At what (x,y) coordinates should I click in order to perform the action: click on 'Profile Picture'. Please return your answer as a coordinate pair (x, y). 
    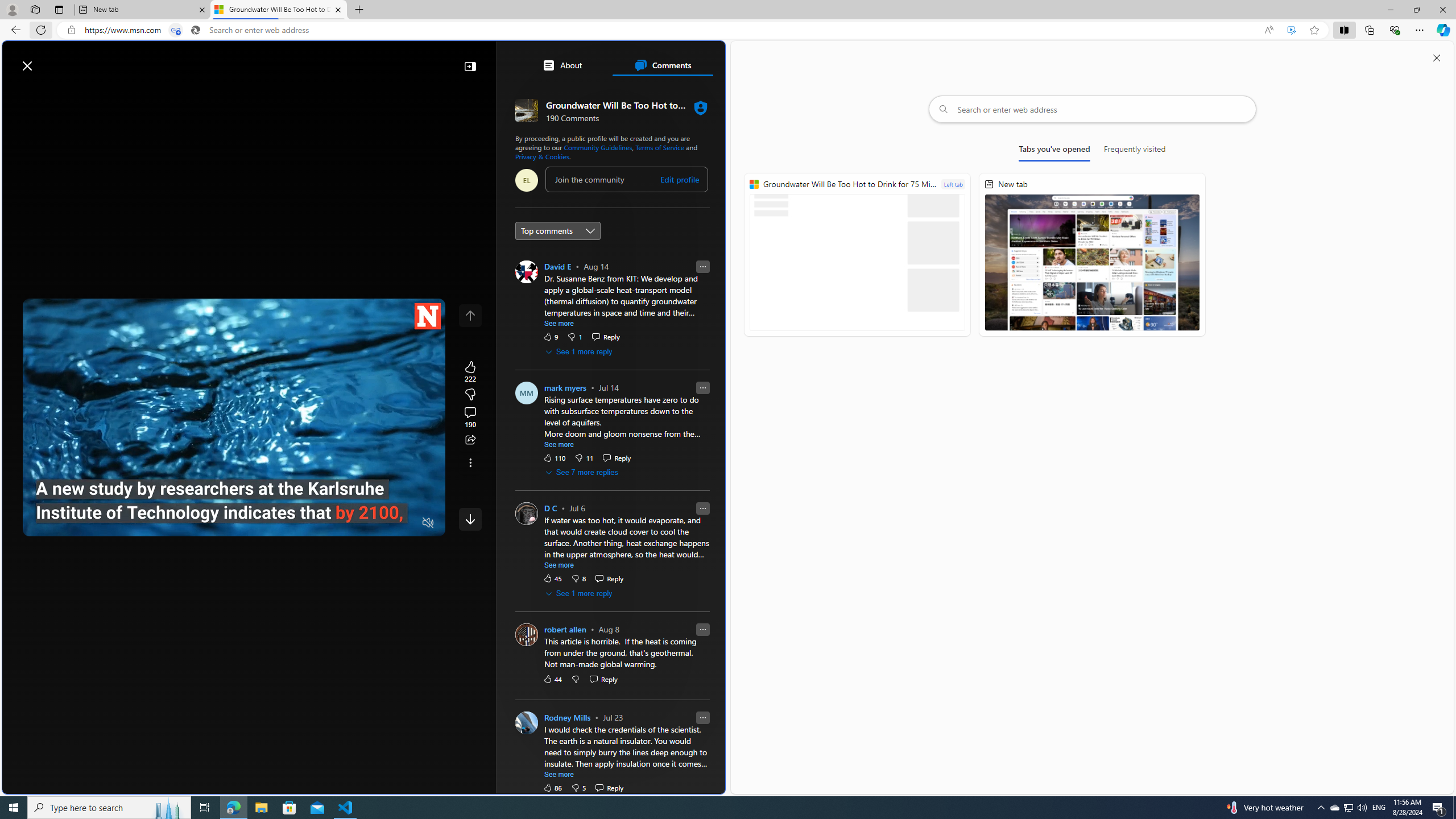
    Looking at the image, I should click on (526, 722).